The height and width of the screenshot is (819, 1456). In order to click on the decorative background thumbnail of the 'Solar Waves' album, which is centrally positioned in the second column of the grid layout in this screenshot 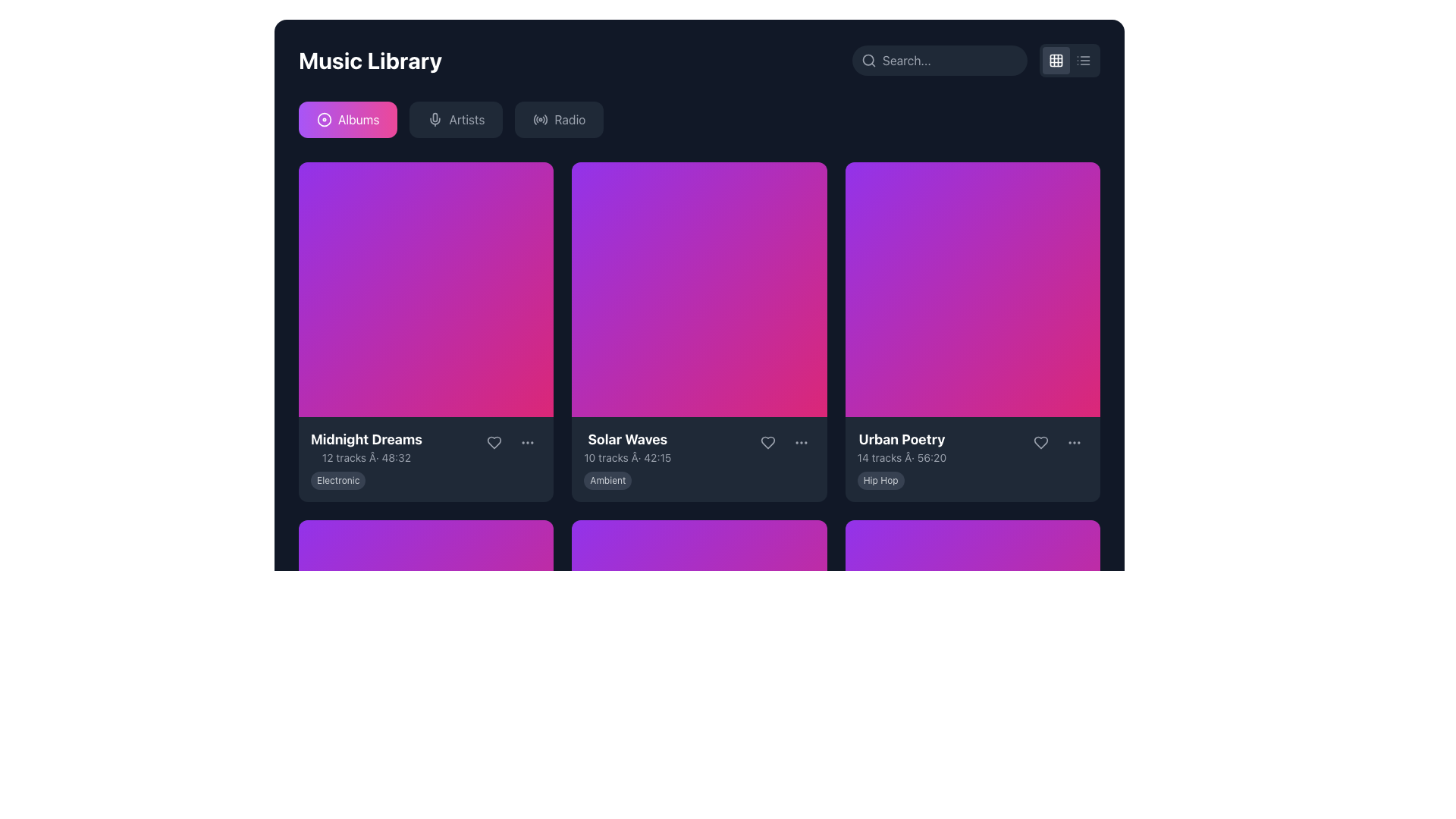, I will do `click(698, 290)`.